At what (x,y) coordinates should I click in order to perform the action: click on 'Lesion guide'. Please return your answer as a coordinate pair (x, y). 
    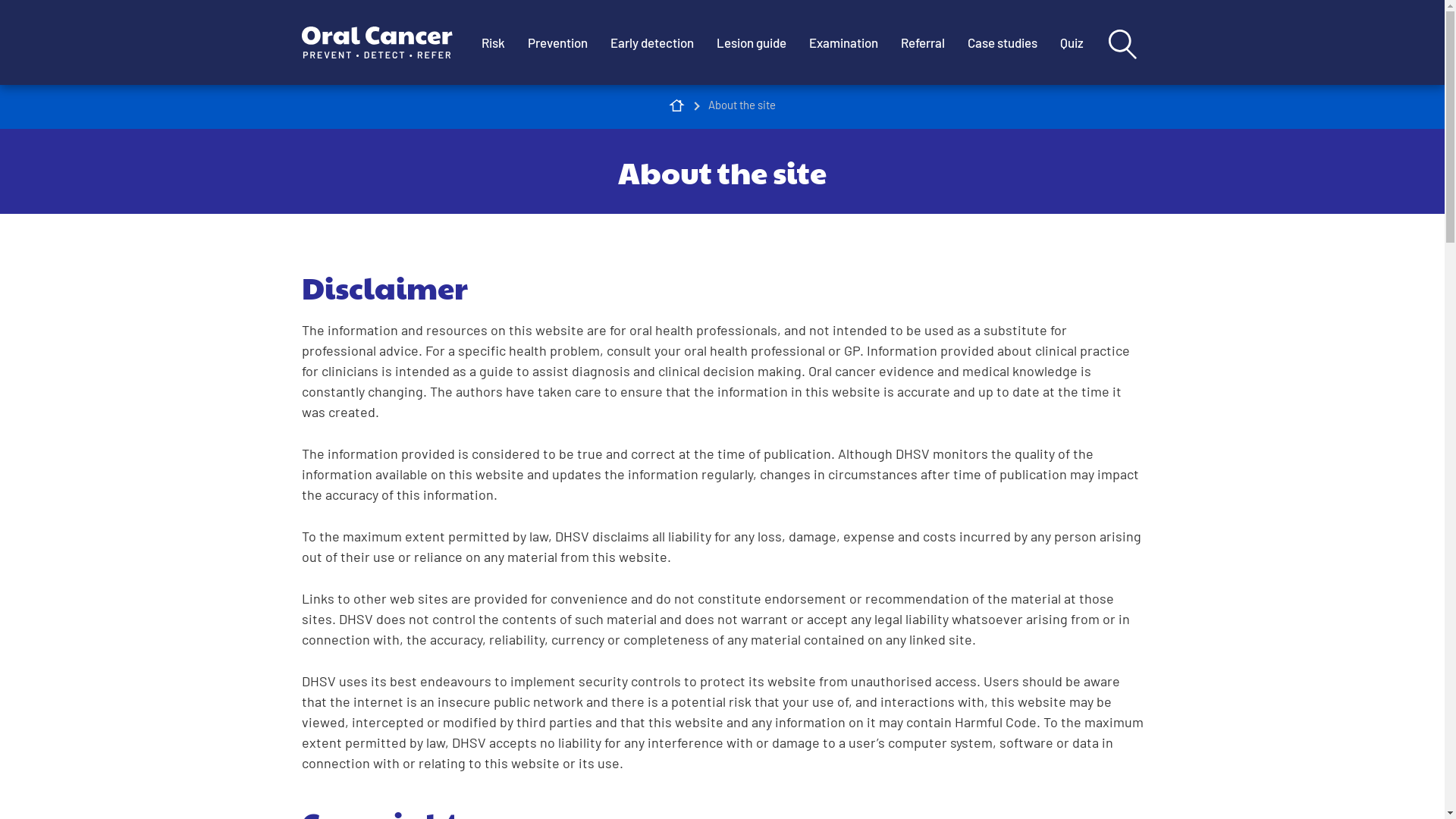
    Looking at the image, I should click on (751, 42).